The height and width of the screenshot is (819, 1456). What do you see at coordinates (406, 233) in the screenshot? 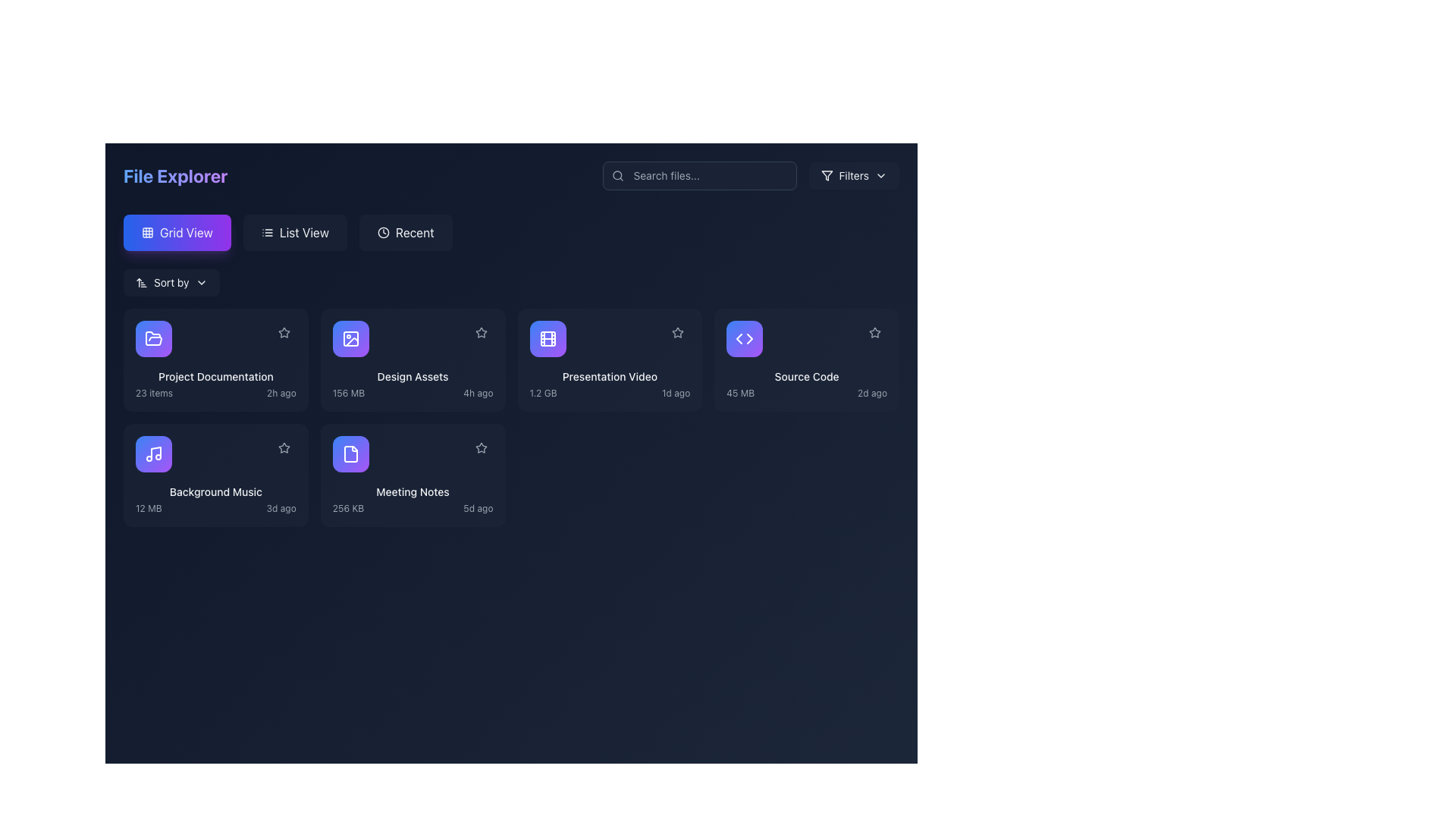
I see `the 'Recent' button, which features a circular clock icon and a dark background with a hover effect, located between the 'List View' button and the file viewer section` at bounding box center [406, 233].